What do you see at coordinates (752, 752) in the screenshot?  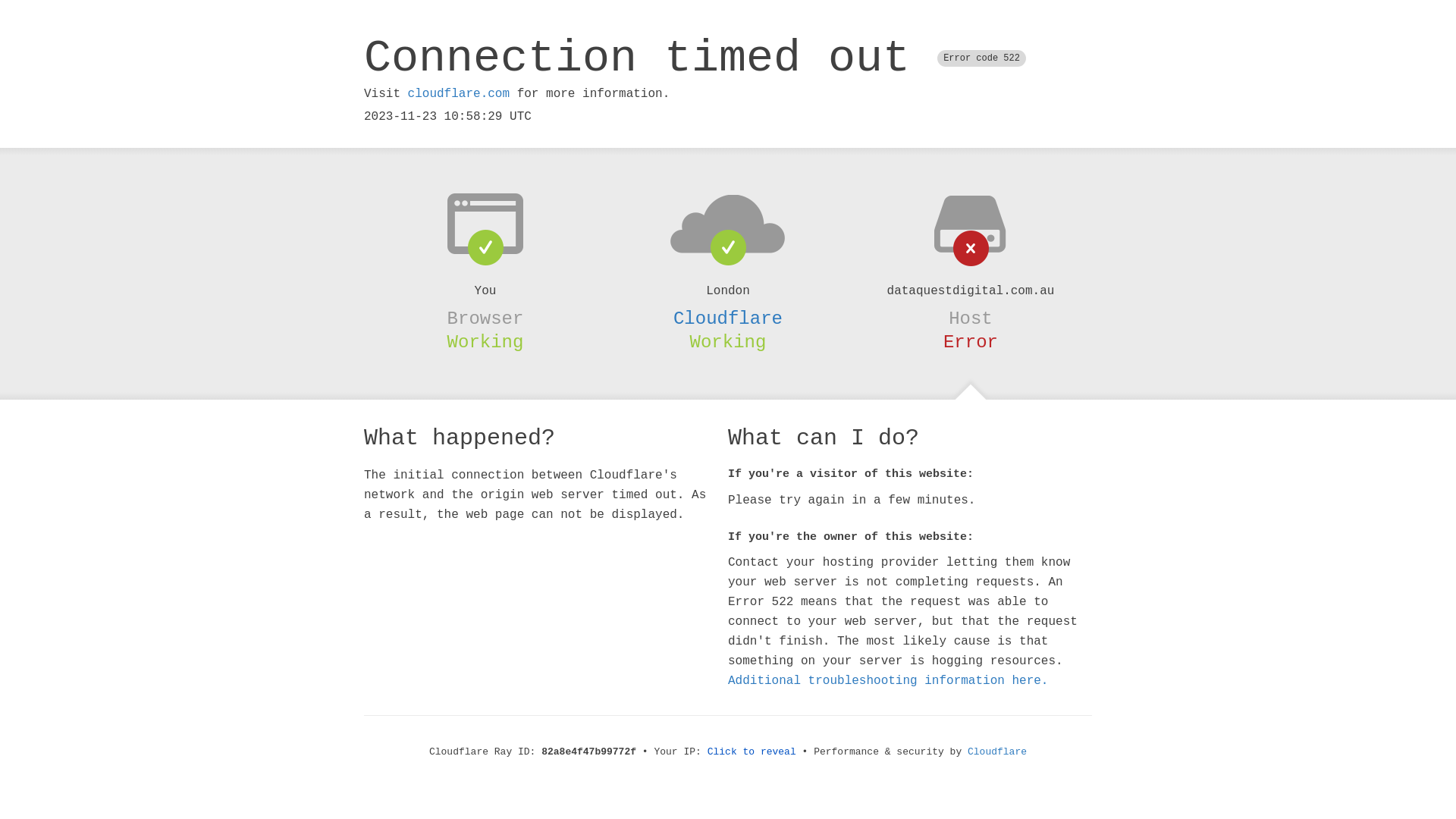 I see `'Click to reveal'` at bounding box center [752, 752].